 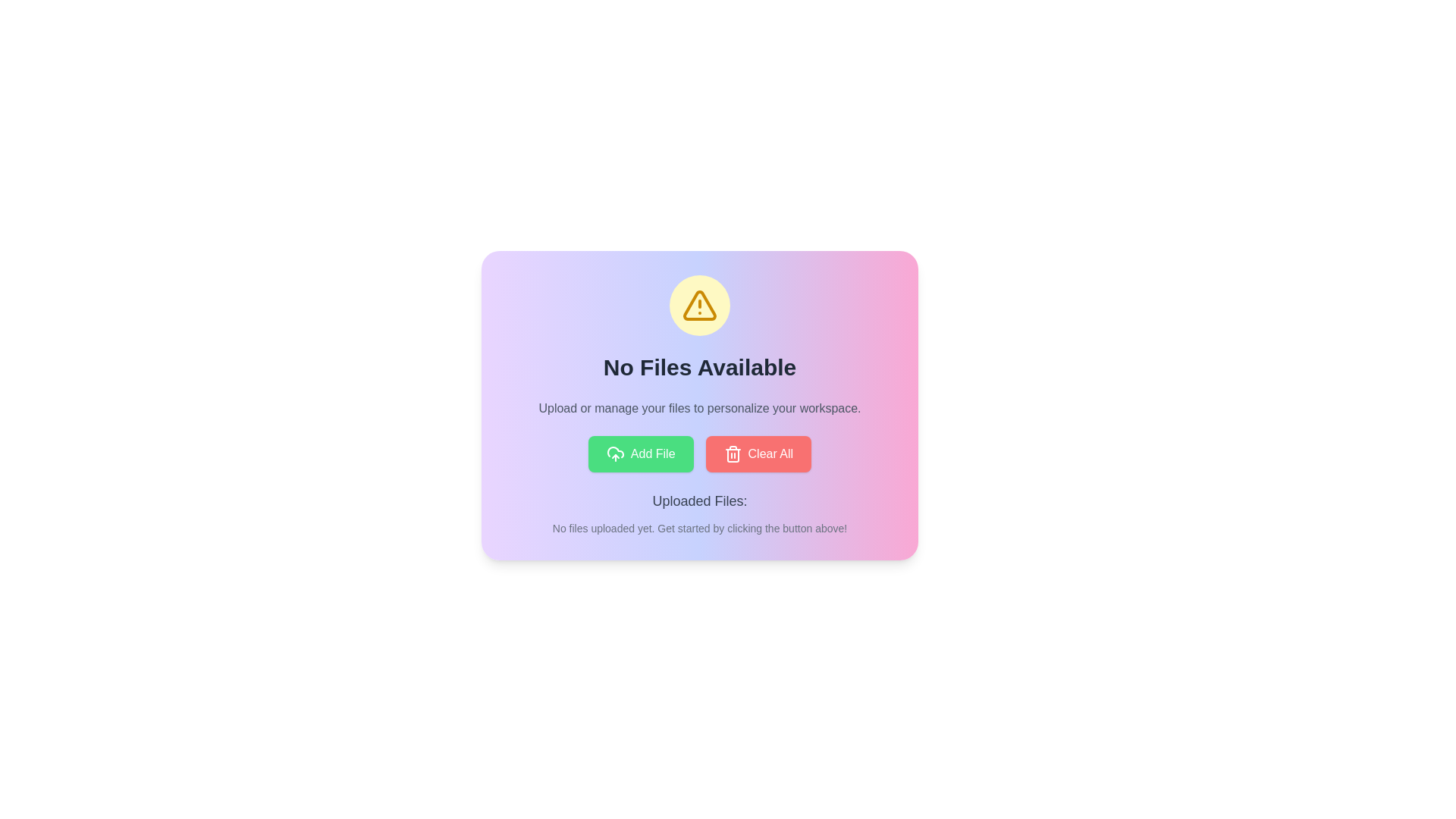 What do you see at coordinates (615, 453) in the screenshot?
I see `the upload icon located within the green 'Add File' button, positioned above the button's text at the bottom center of the card` at bounding box center [615, 453].